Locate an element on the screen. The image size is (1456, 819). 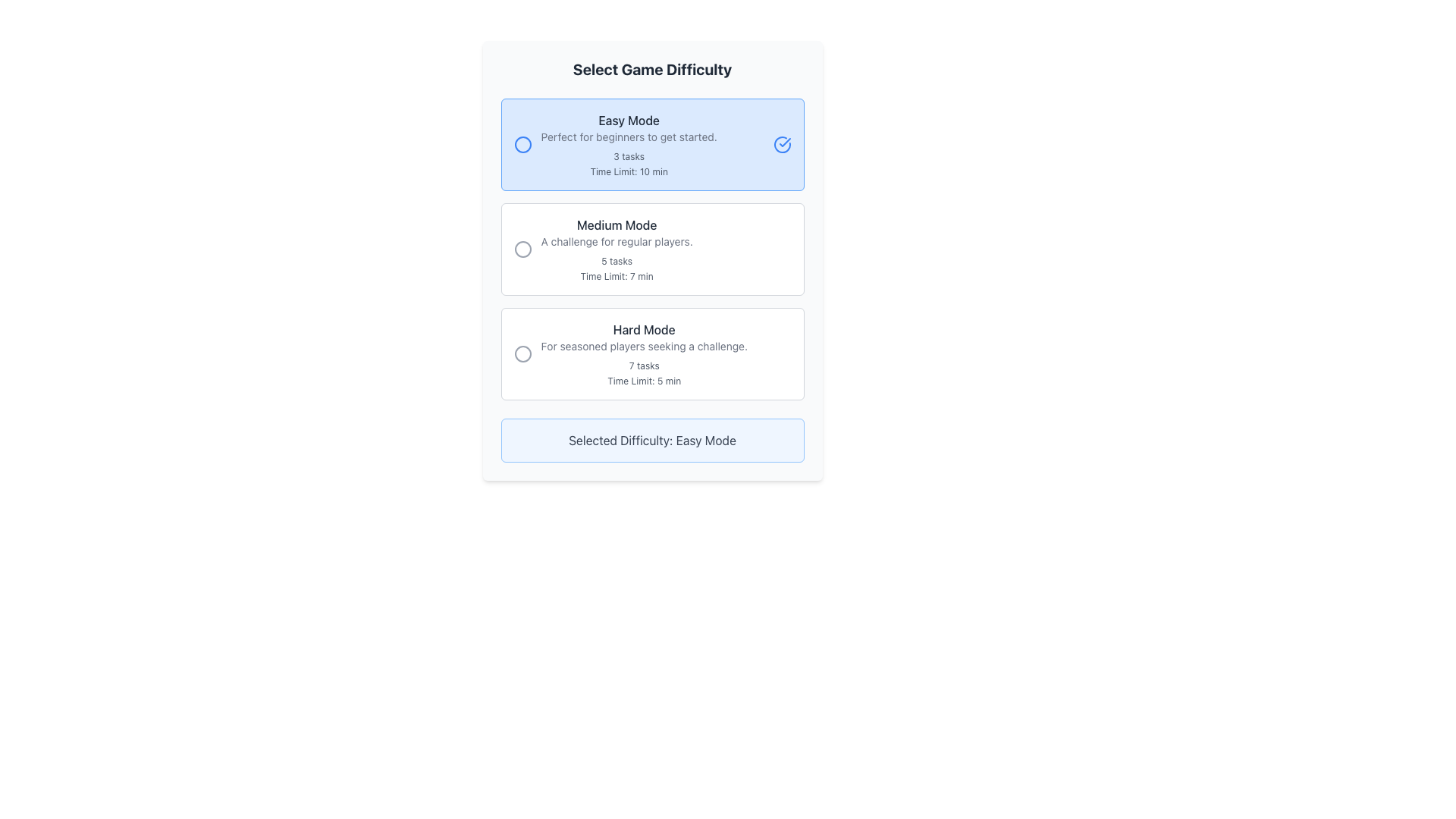
the text label displaying '5 tasks' and 'Time Limit: 7 min', located below the 'Medium Mode' title in the middle panel of options is located at coordinates (617, 268).